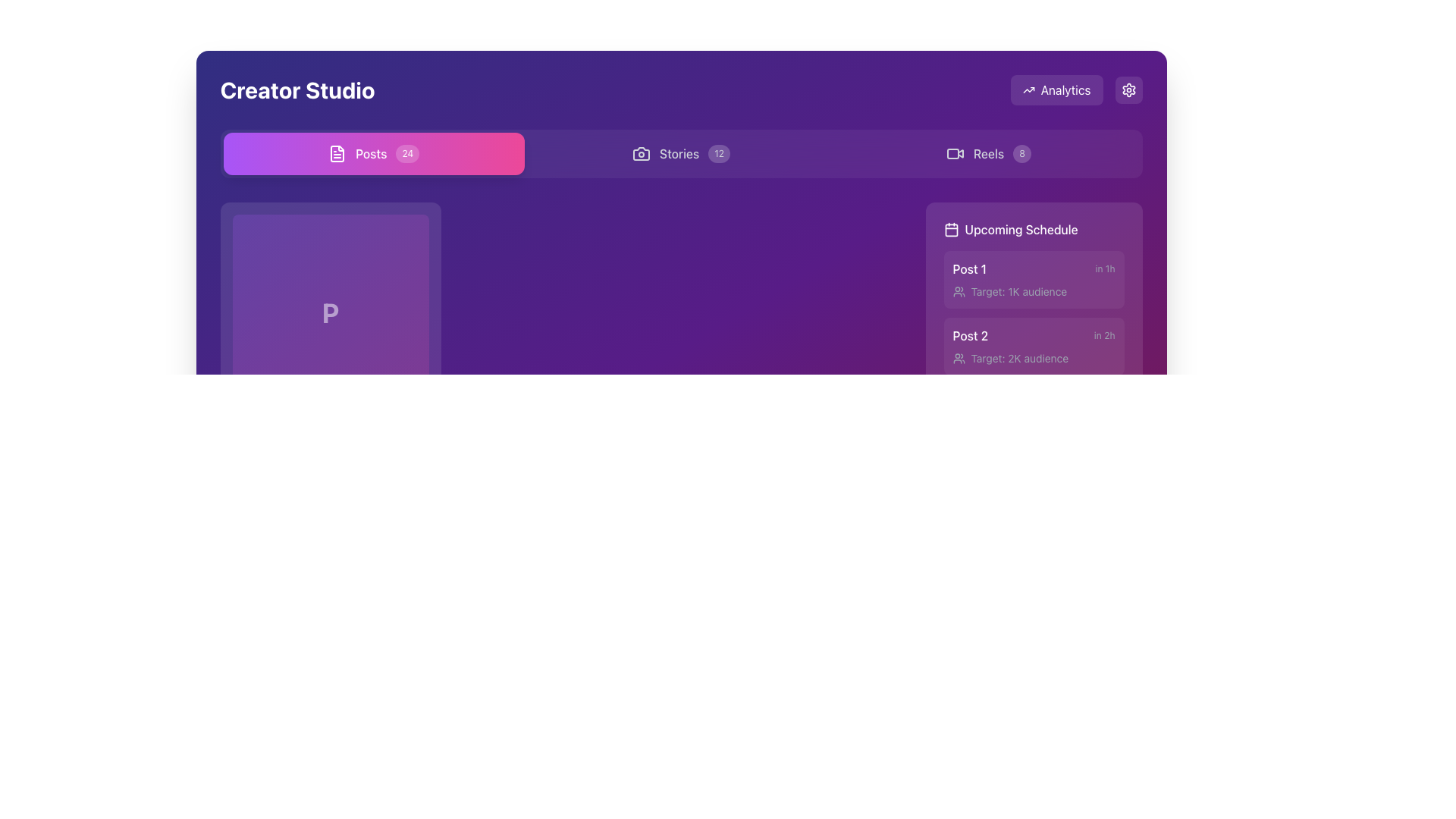 The image size is (1456, 819). I want to click on the text label with an icon prefix that indicates 'Target: 2K audience' located in the 'Post 2' card of the 'Upcoming Schedule' section, so click(1033, 359).